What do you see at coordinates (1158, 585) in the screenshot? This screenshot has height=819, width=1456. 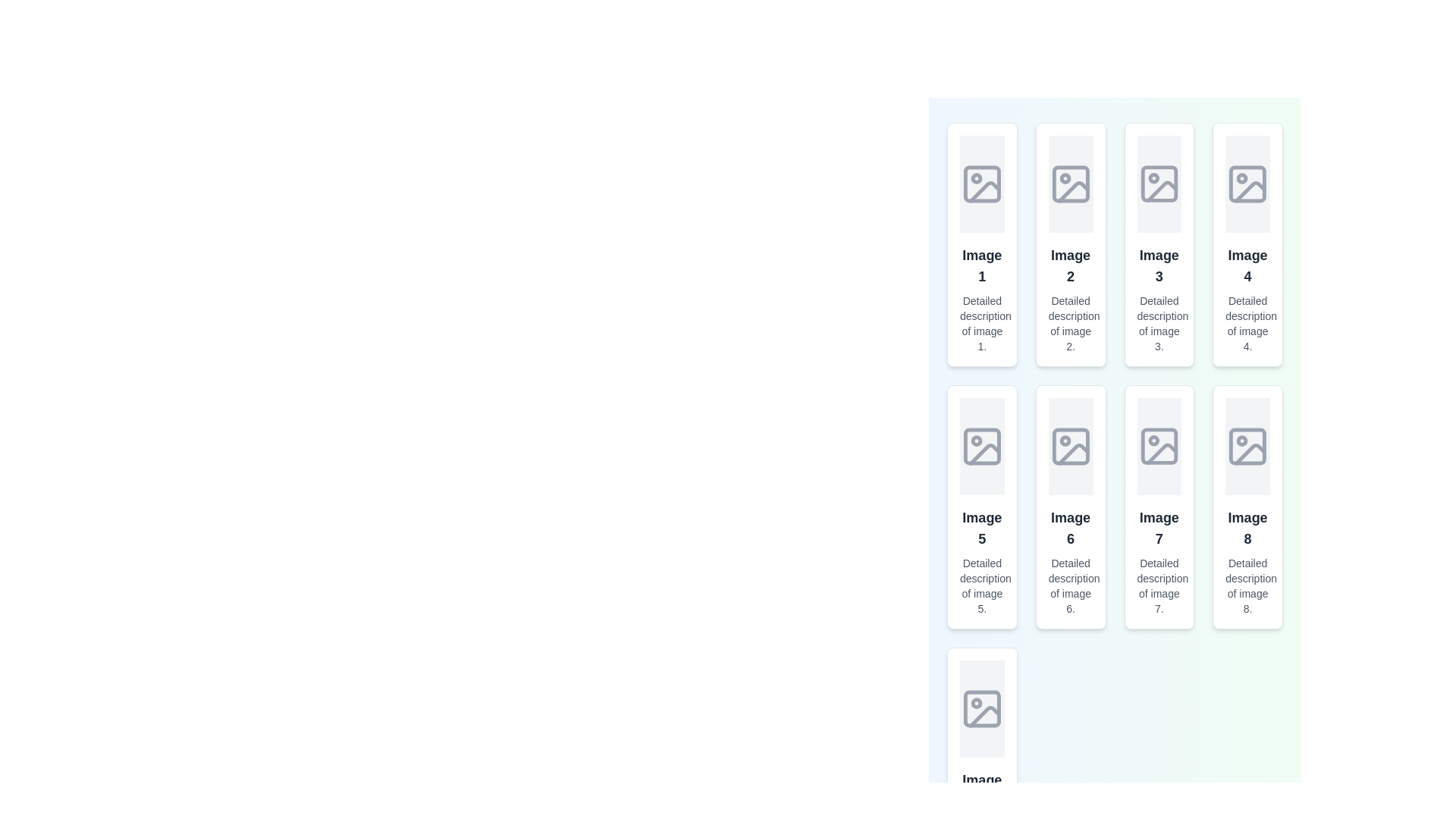 I see `the Text label that provides additional details about 'Image 7', positioned in the bottom section of its card, below the heading` at bounding box center [1158, 585].